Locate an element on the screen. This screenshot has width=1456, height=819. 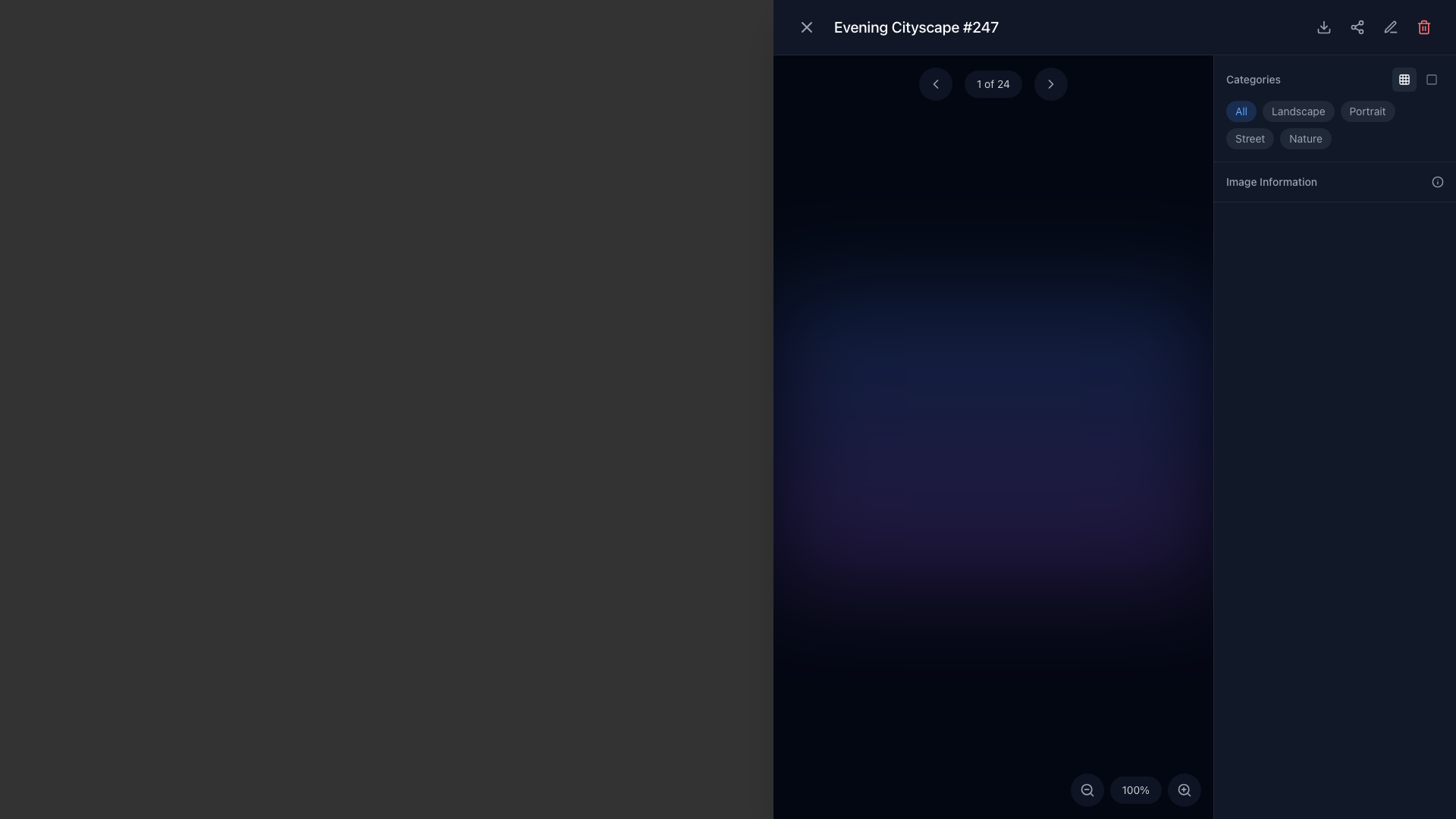
the left-facing chevron icon, which is styled with a thin outline and enclosed in a dark, rounded square button is located at coordinates (934, 84).